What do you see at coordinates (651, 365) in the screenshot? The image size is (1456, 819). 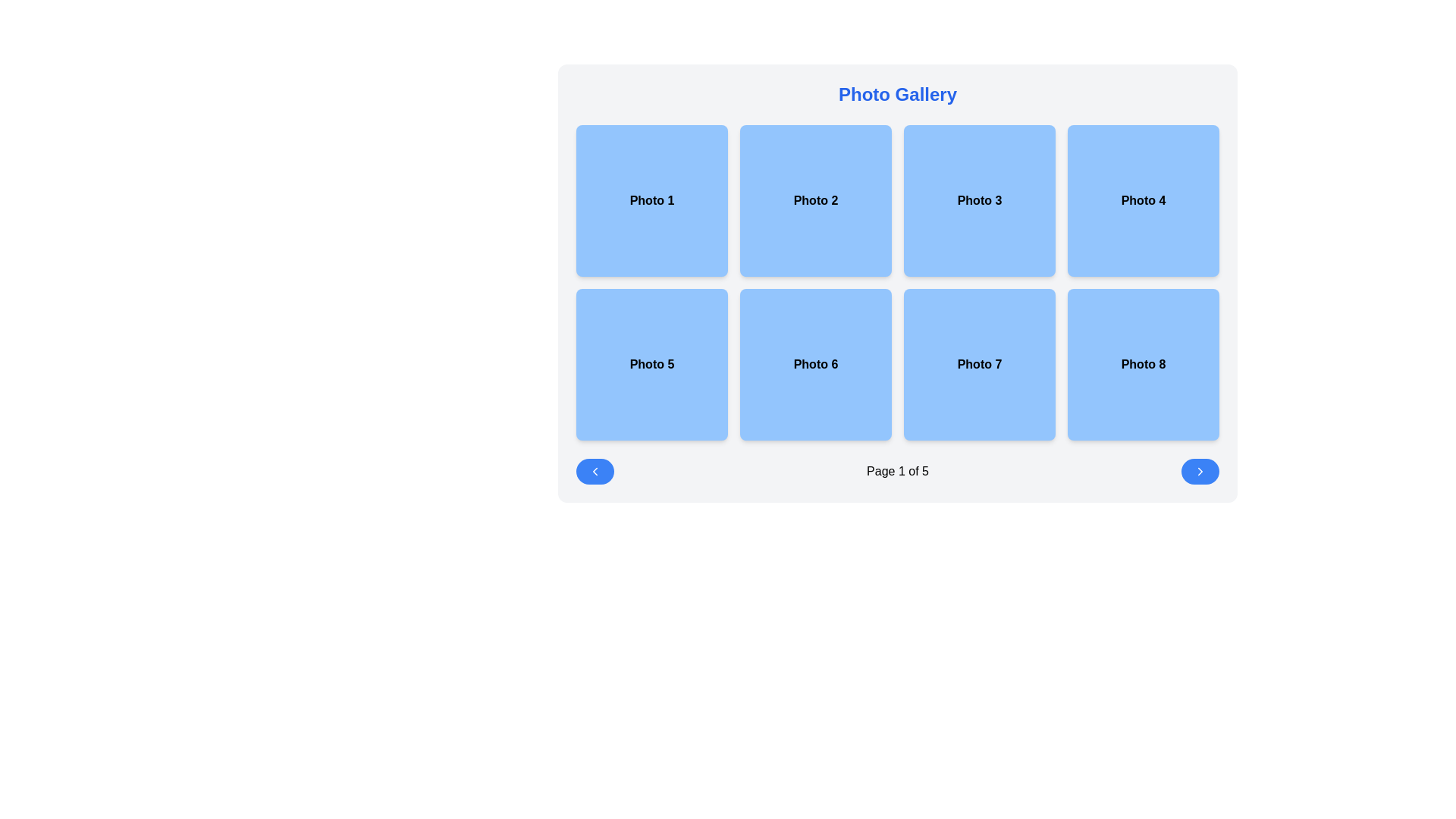 I see `the interactive tile labeled 'Photo 5' located in the second row, first column of the grid in the 'Photo Gallery' section to potentially see additional information` at bounding box center [651, 365].